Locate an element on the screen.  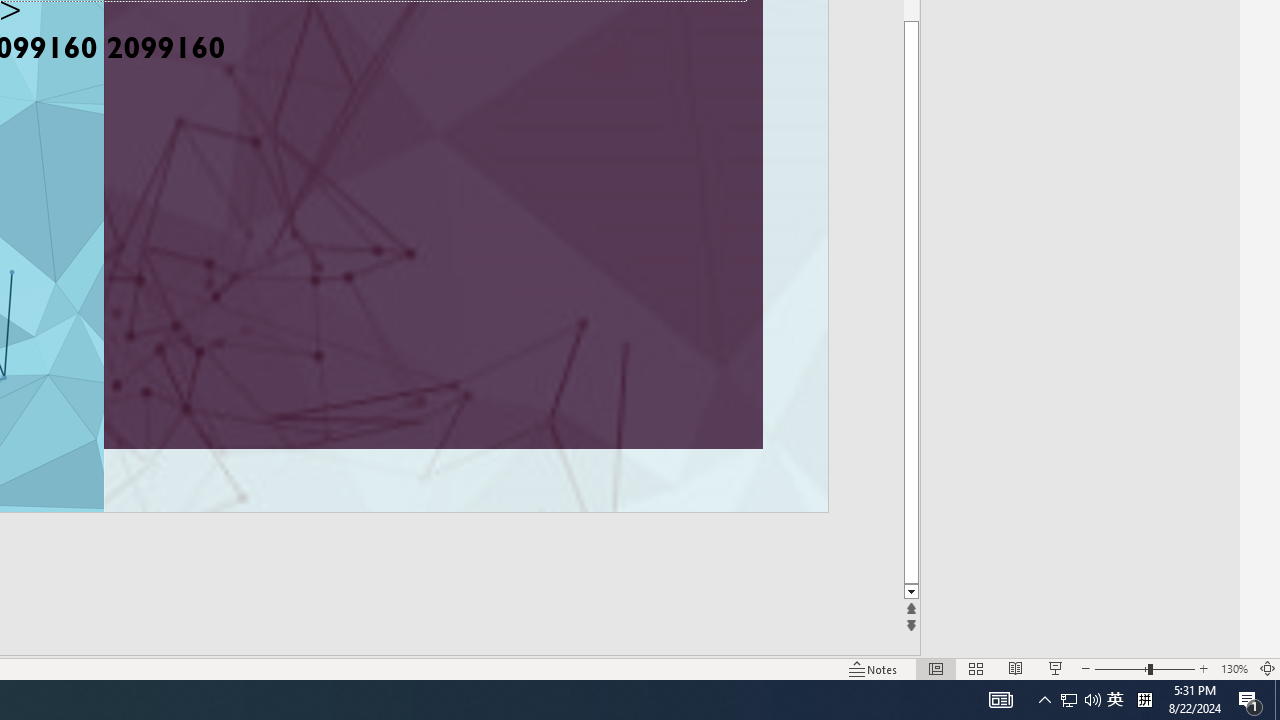
'Zoom' is located at coordinates (1144, 669).